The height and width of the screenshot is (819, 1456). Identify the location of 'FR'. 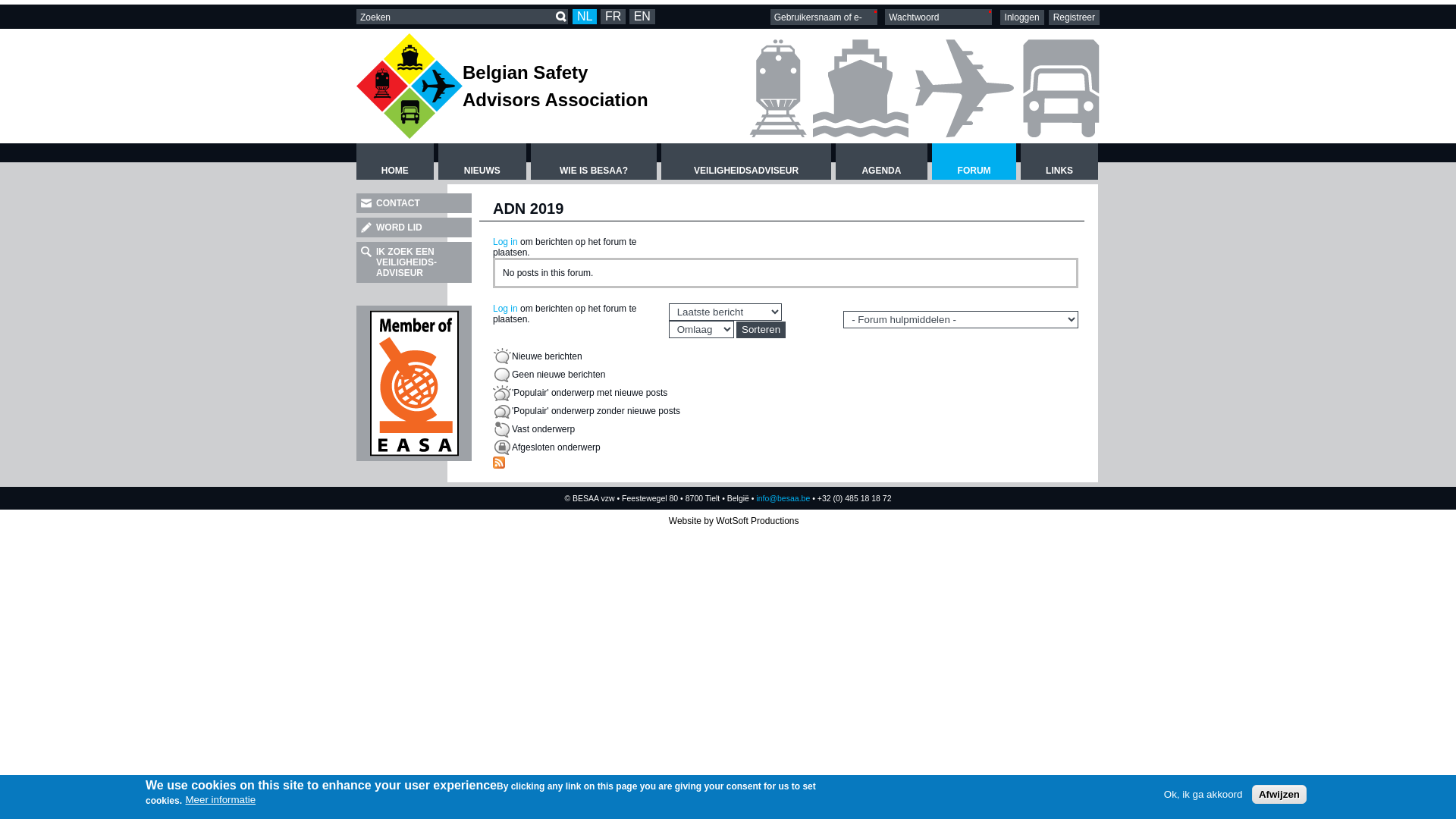
(613, 17).